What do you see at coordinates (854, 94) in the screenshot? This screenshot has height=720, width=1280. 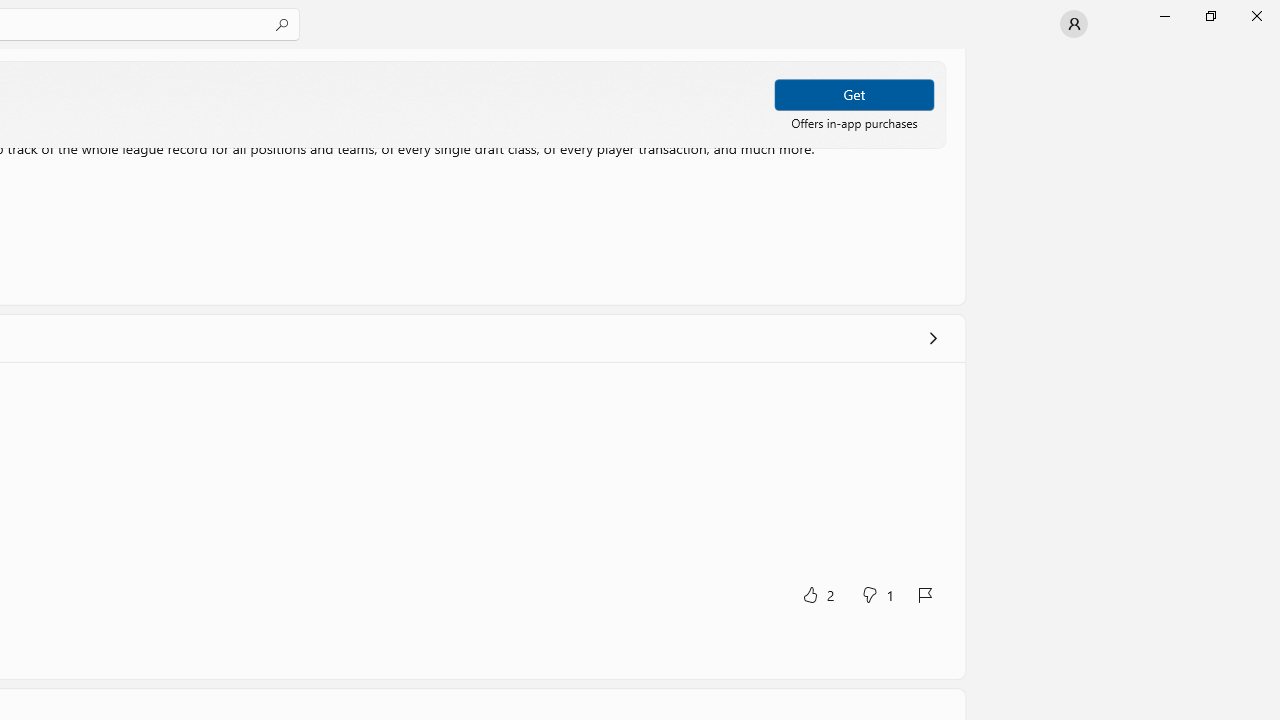 I see `'Get'` at bounding box center [854, 94].